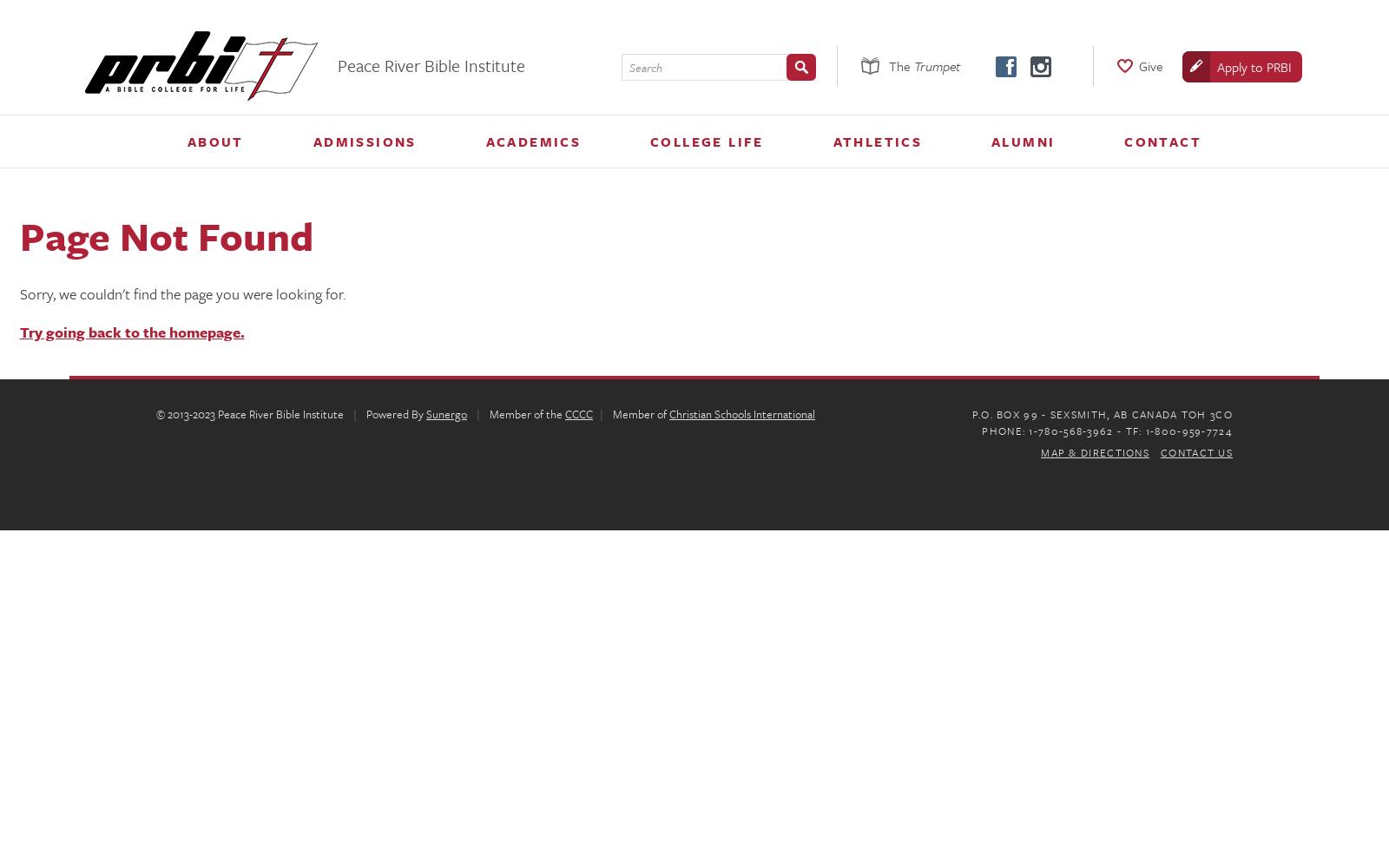  What do you see at coordinates (485, 412) in the screenshot?
I see `'Member of the'` at bounding box center [485, 412].